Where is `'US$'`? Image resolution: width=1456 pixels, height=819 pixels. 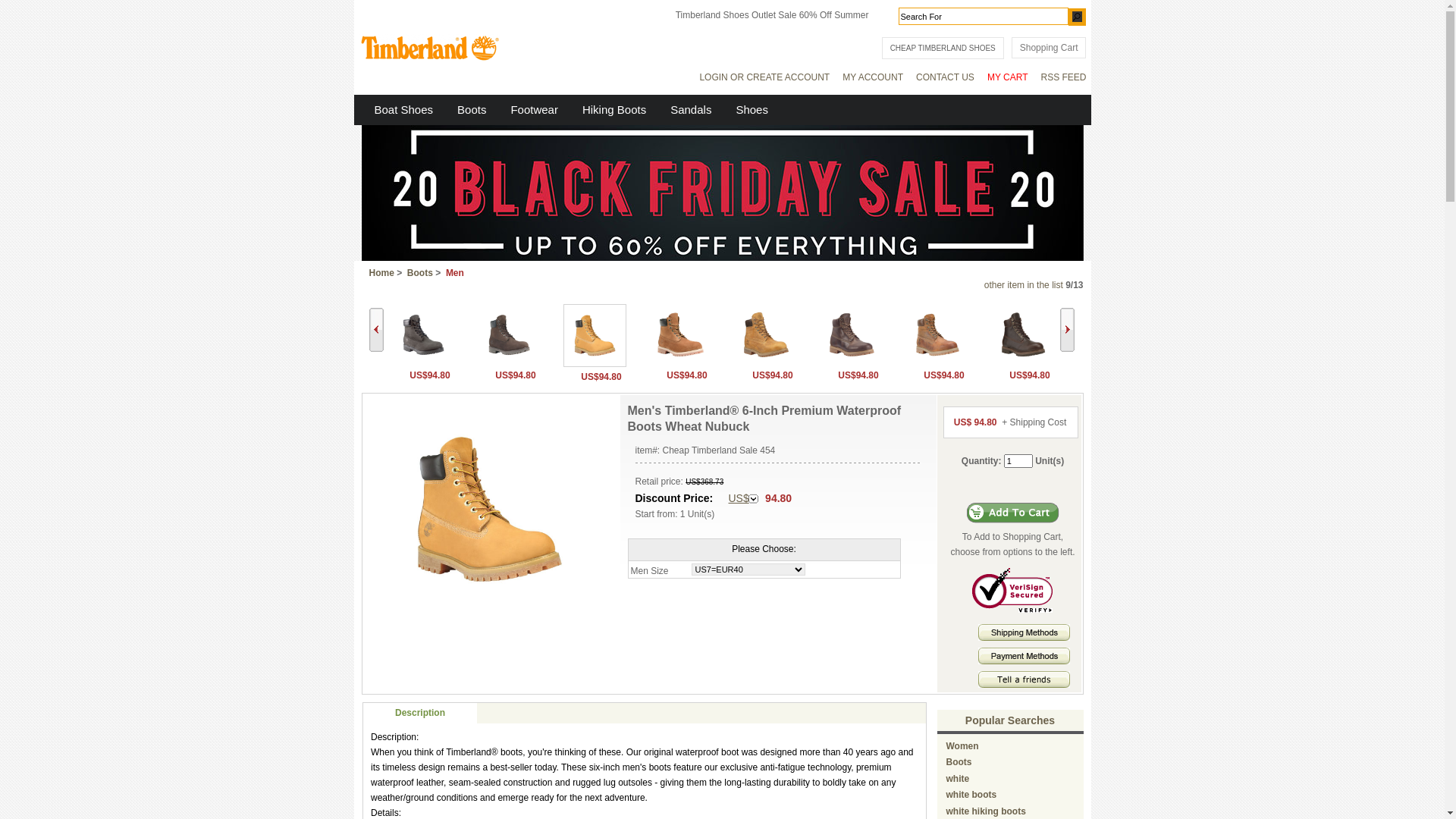
'US$' is located at coordinates (742, 499).